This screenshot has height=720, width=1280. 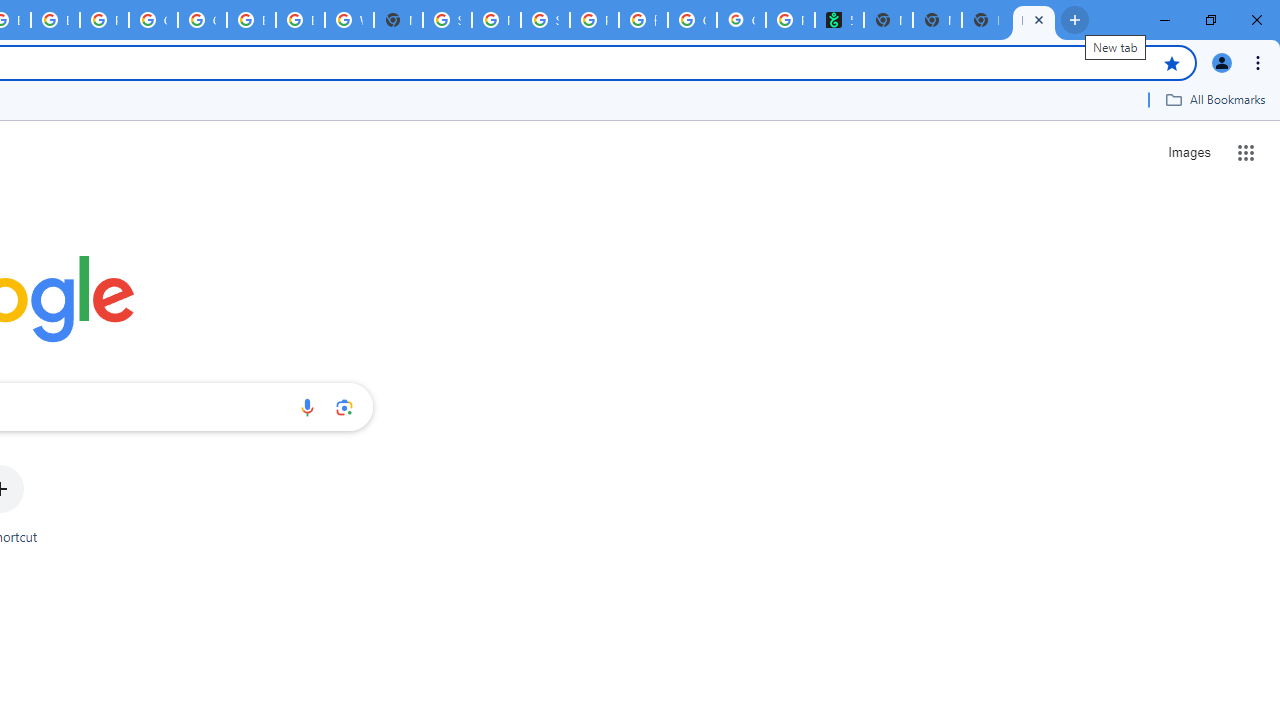 I want to click on 'All Bookmarks', so click(x=1214, y=99).